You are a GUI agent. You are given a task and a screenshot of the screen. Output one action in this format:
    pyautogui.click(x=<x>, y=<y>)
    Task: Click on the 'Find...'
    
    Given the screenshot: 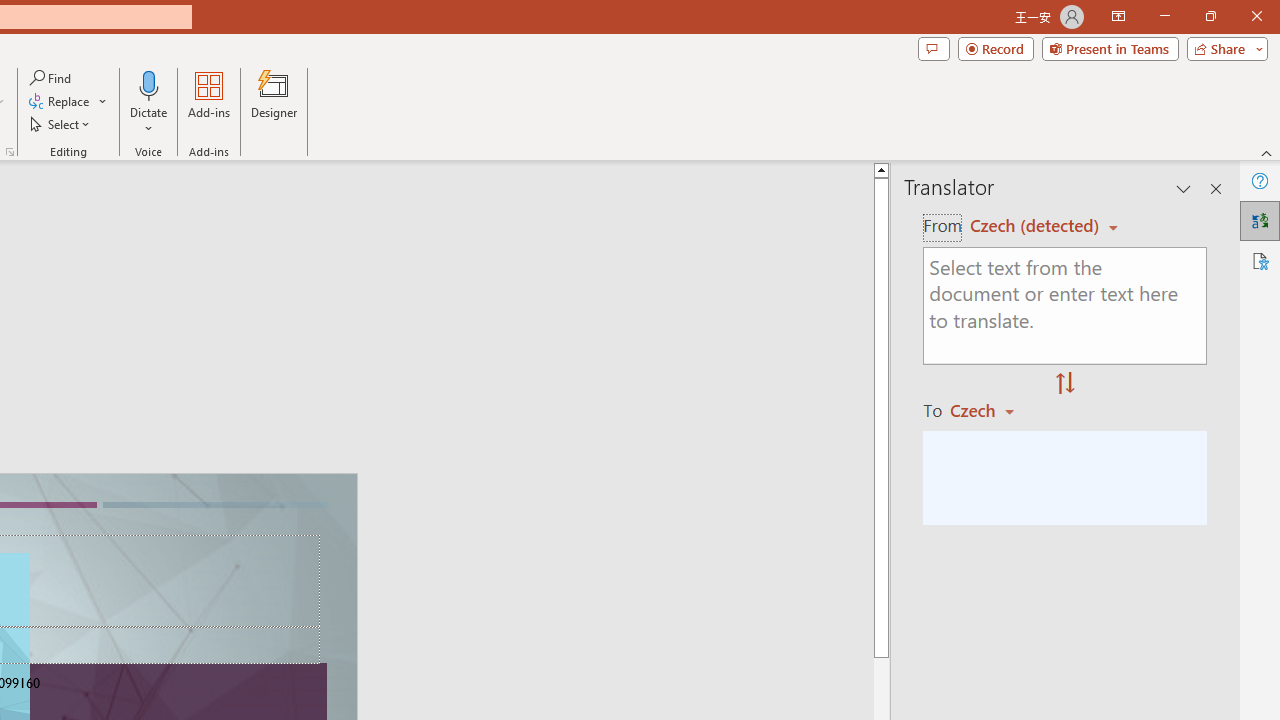 What is the action you would take?
    pyautogui.click(x=51, y=77)
    